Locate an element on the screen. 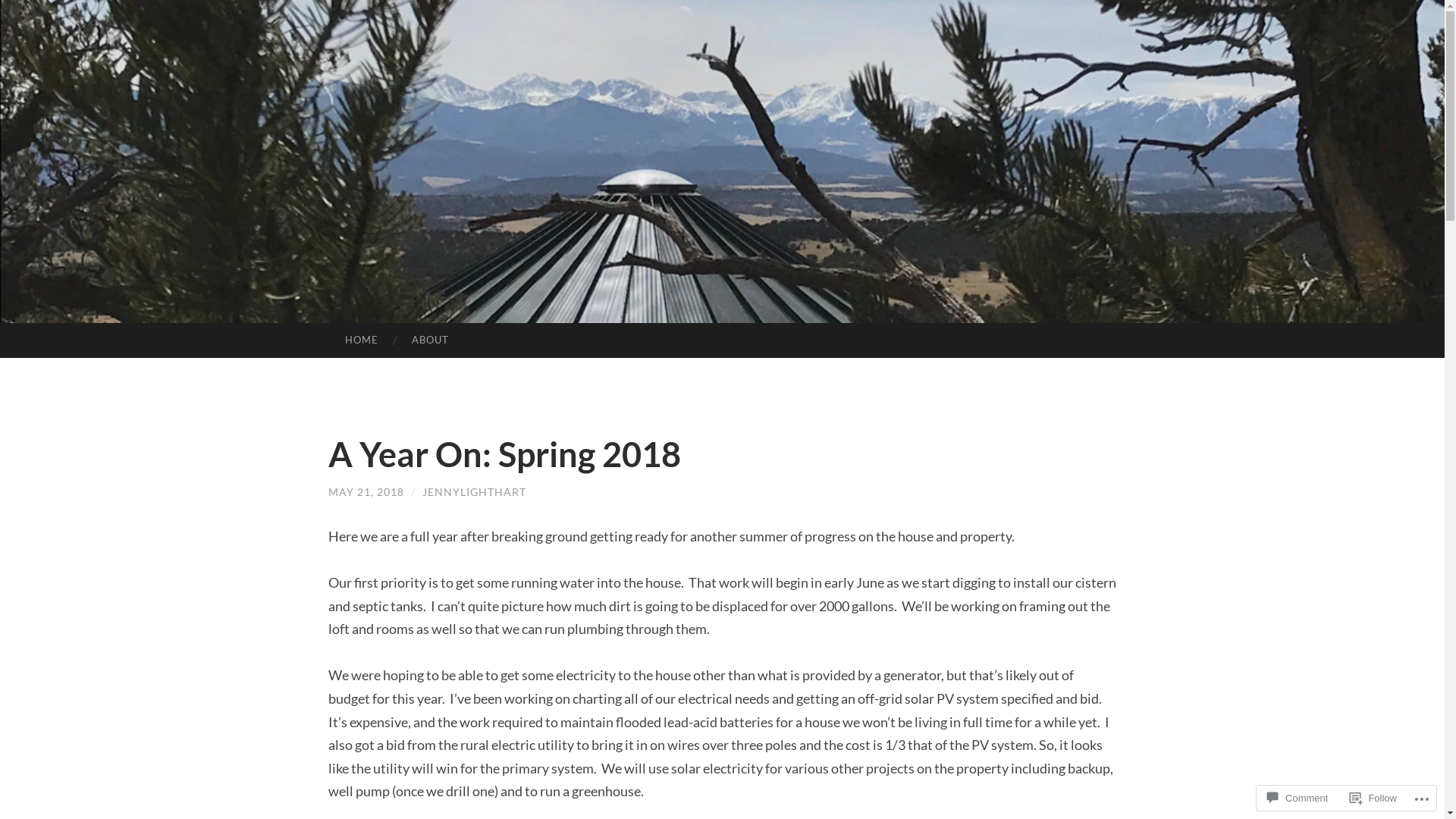  'Follow' is located at coordinates (1343, 797).